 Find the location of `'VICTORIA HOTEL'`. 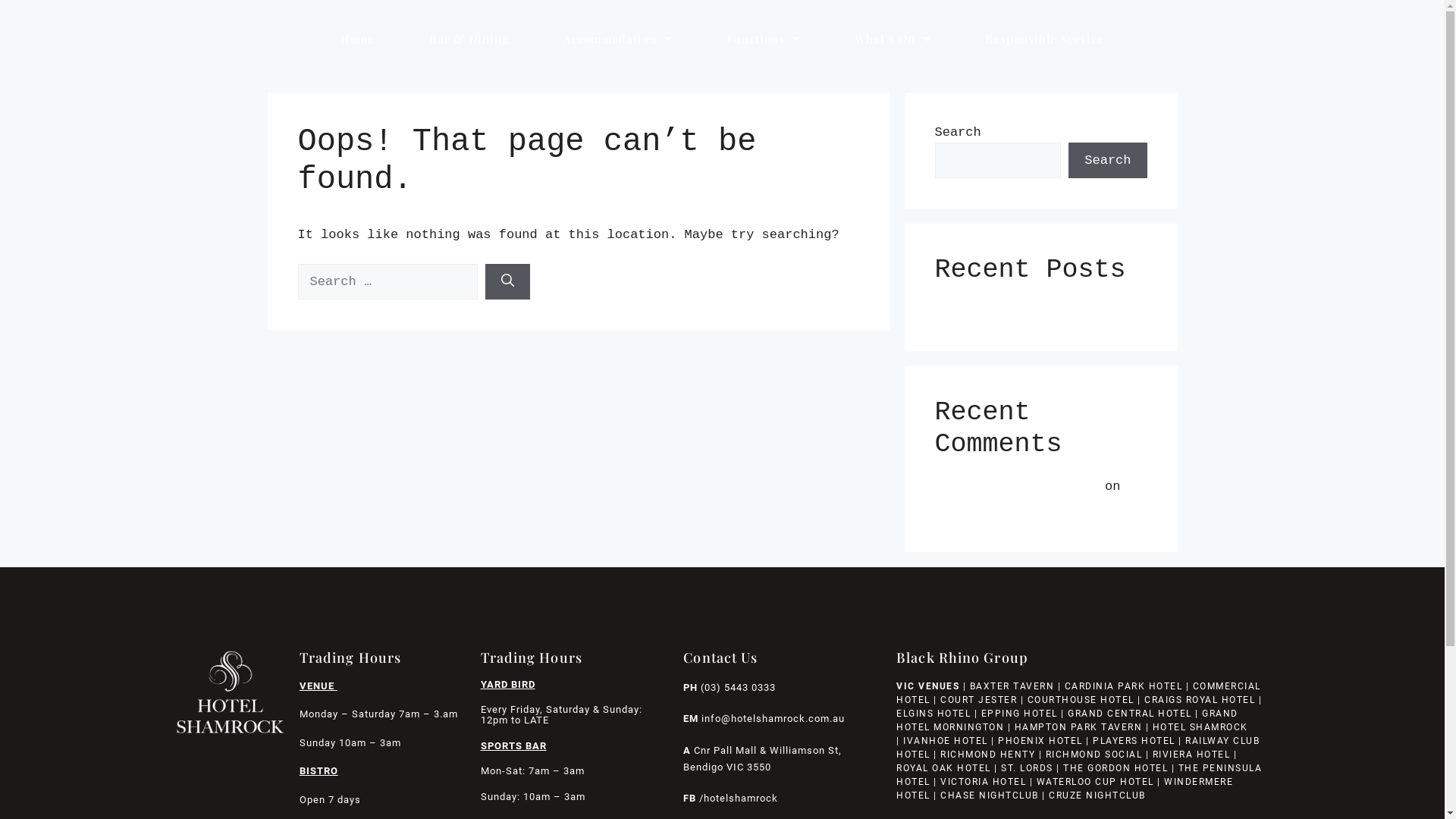

'VICTORIA HOTEL' is located at coordinates (983, 781).